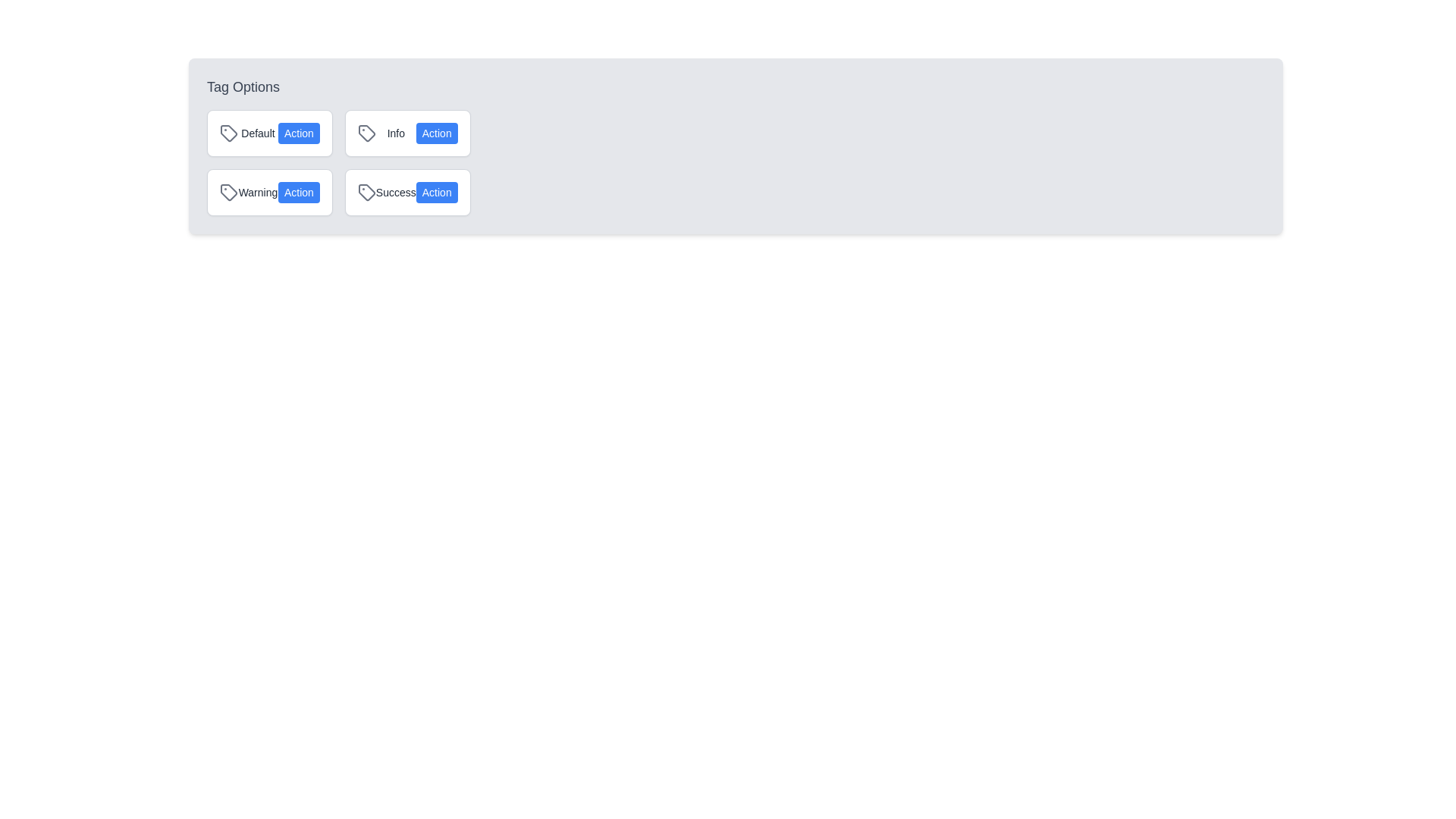 This screenshot has width=1456, height=819. What do you see at coordinates (228, 192) in the screenshot?
I see `the visual icon representing a tag located in the bottom-left corner of the third button in a 2x2 grid layout, which is grouped with the 'Warning' label and the 'Action' button` at bounding box center [228, 192].